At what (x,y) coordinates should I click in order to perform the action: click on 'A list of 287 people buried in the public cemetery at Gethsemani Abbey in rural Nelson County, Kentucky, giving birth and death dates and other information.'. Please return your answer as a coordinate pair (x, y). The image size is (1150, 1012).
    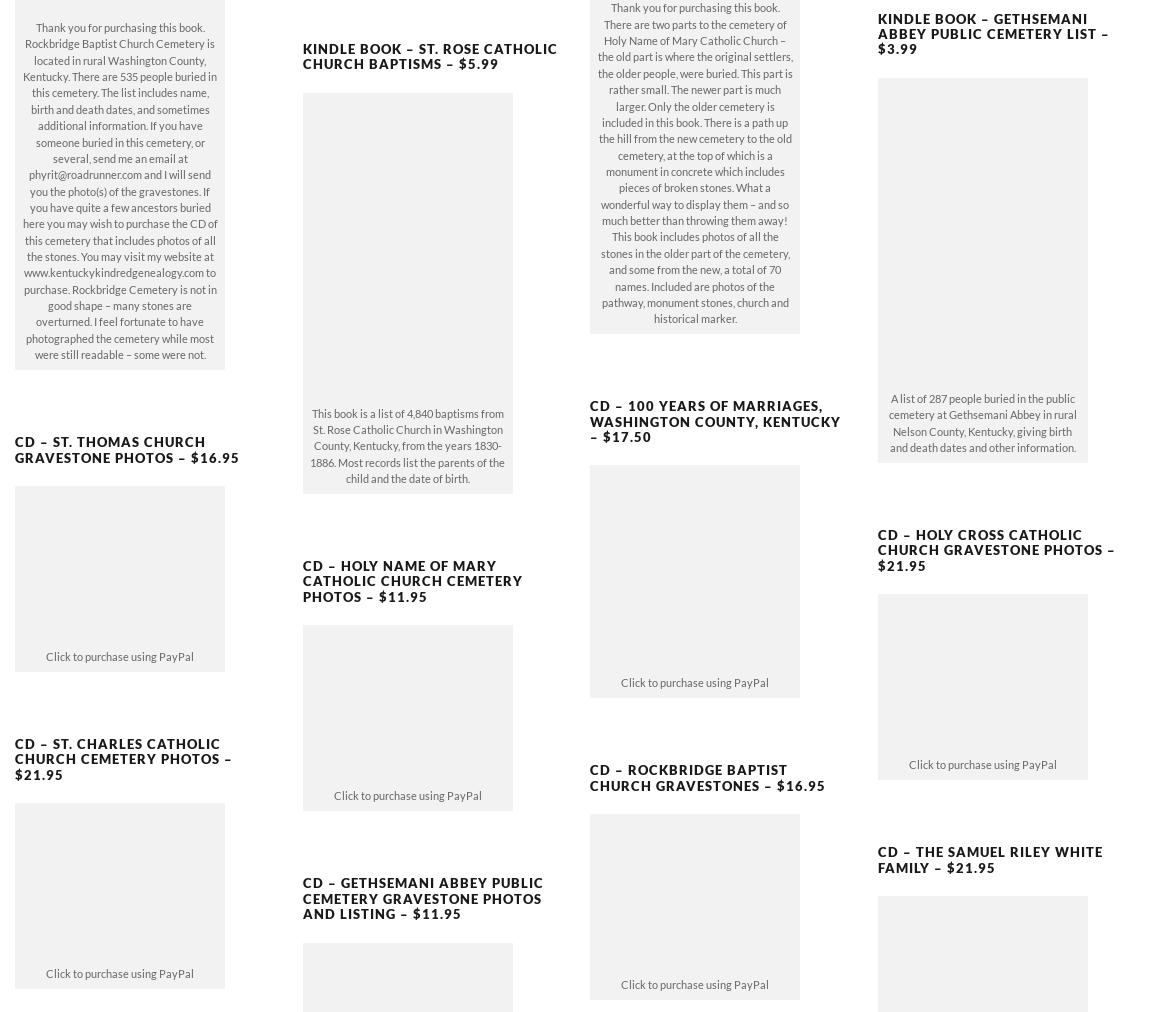
    Looking at the image, I should click on (981, 389).